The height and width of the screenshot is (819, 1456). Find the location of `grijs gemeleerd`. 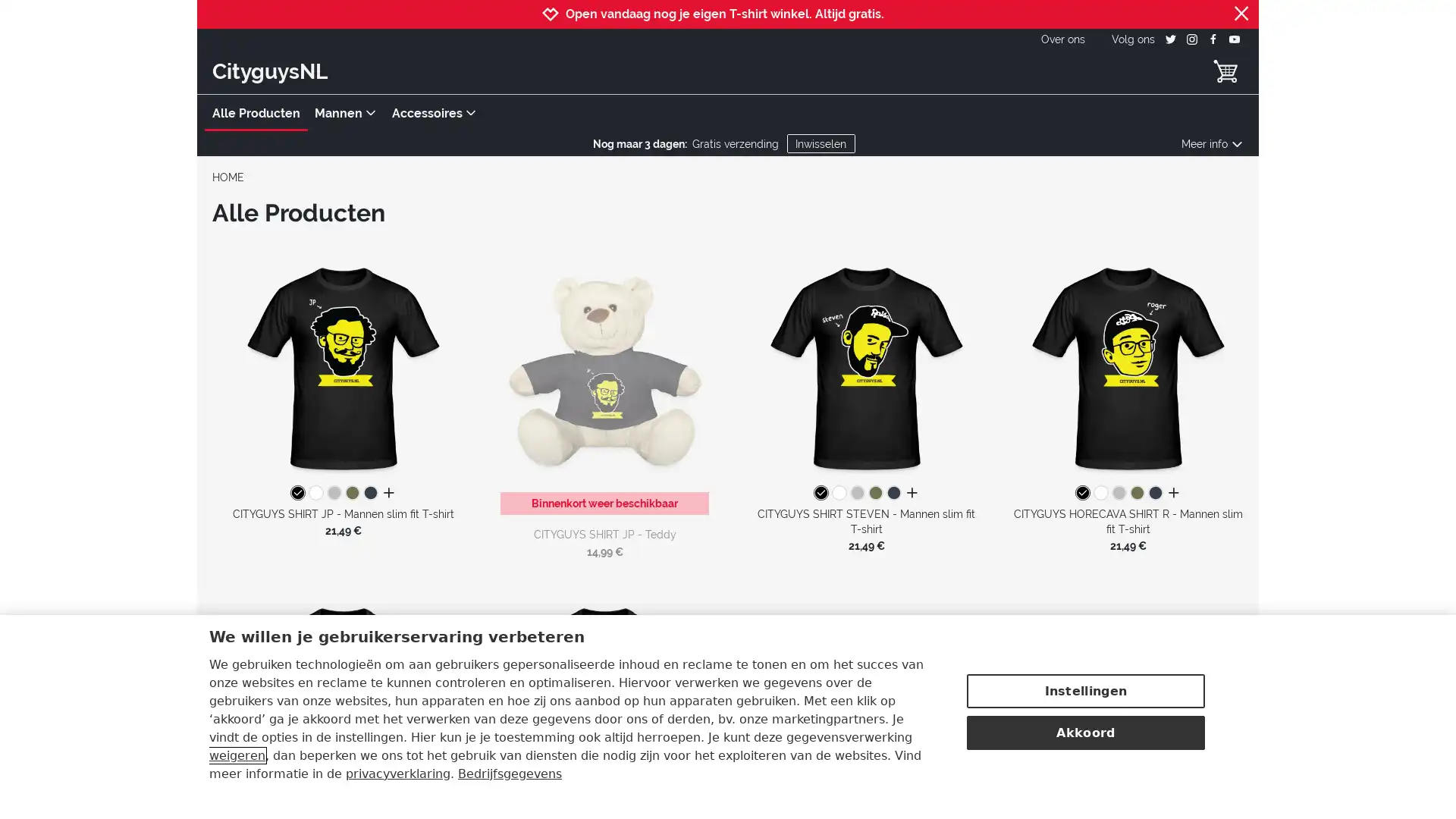

grijs gemeleerd is located at coordinates (856, 494).